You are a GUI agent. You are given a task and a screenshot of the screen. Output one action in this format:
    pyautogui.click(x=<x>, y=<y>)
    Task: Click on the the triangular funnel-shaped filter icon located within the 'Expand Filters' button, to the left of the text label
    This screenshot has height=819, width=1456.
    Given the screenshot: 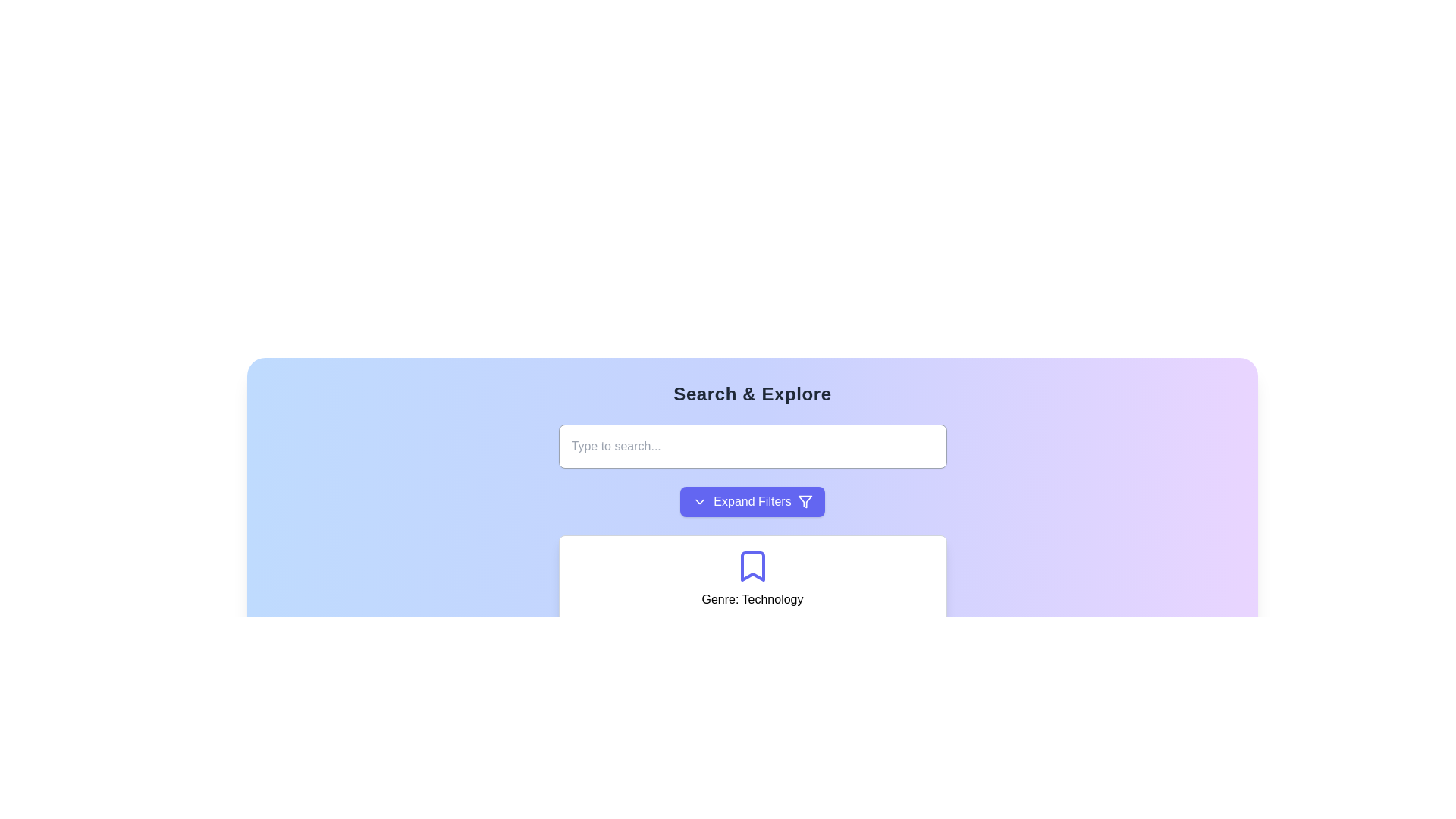 What is the action you would take?
    pyautogui.click(x=804, y=502)
    